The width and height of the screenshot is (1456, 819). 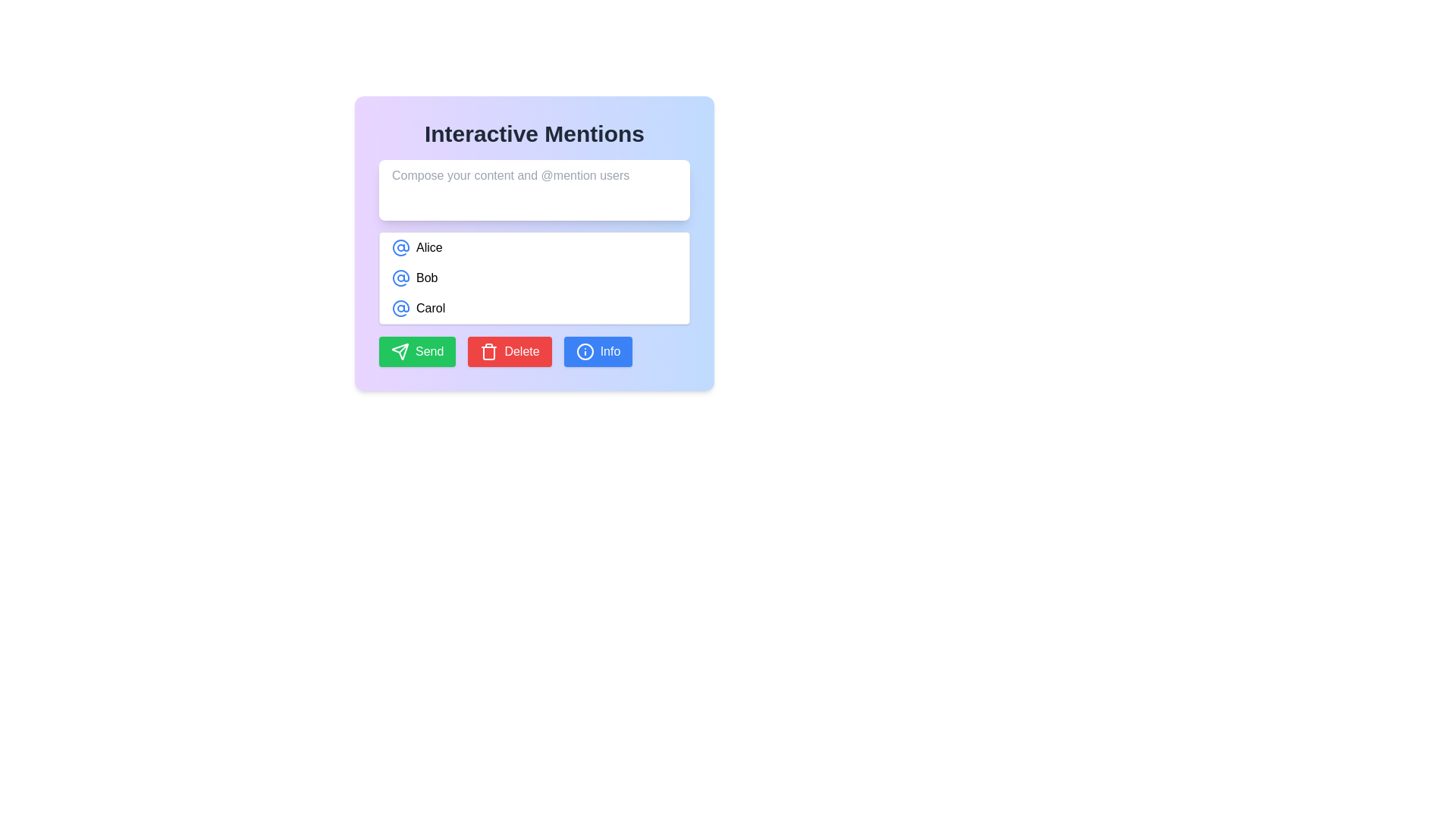 I want to click on the circular blue '@' icon located before the 'Carol' text in the third user mention list item, so click(x=400, y=308).